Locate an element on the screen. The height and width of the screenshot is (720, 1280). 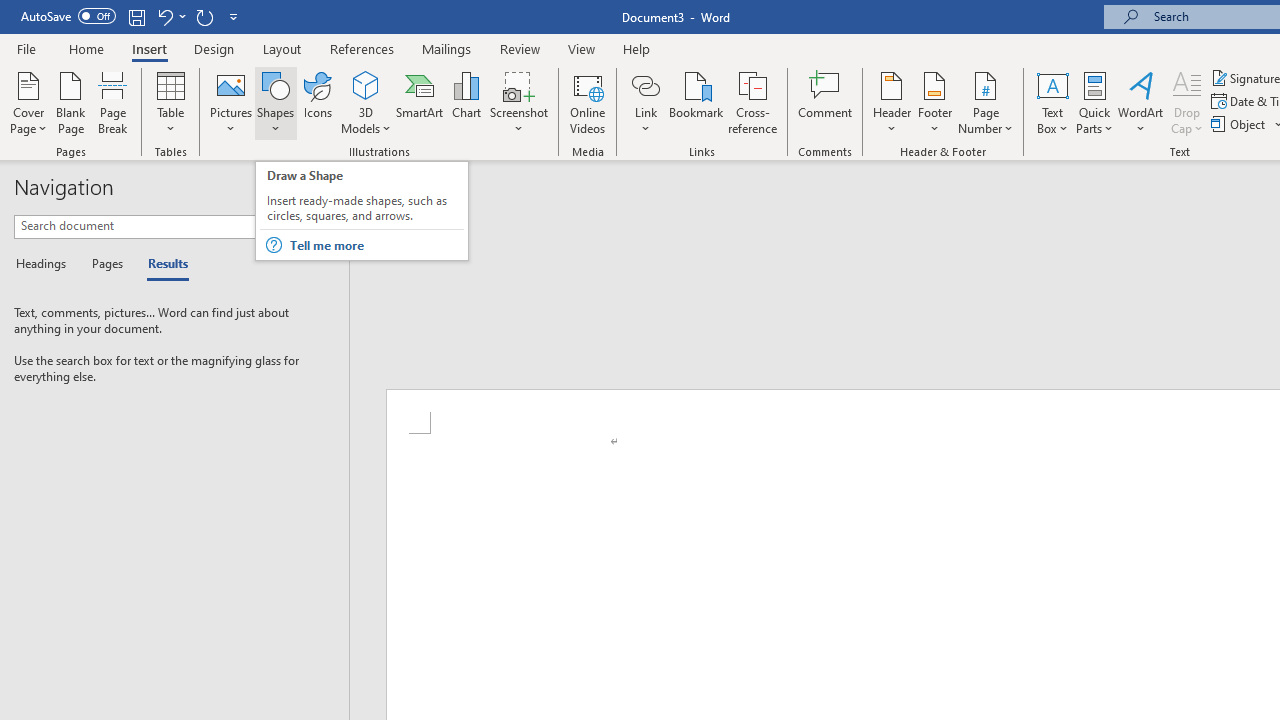
'Comment' is located at coordinates (825, 103).